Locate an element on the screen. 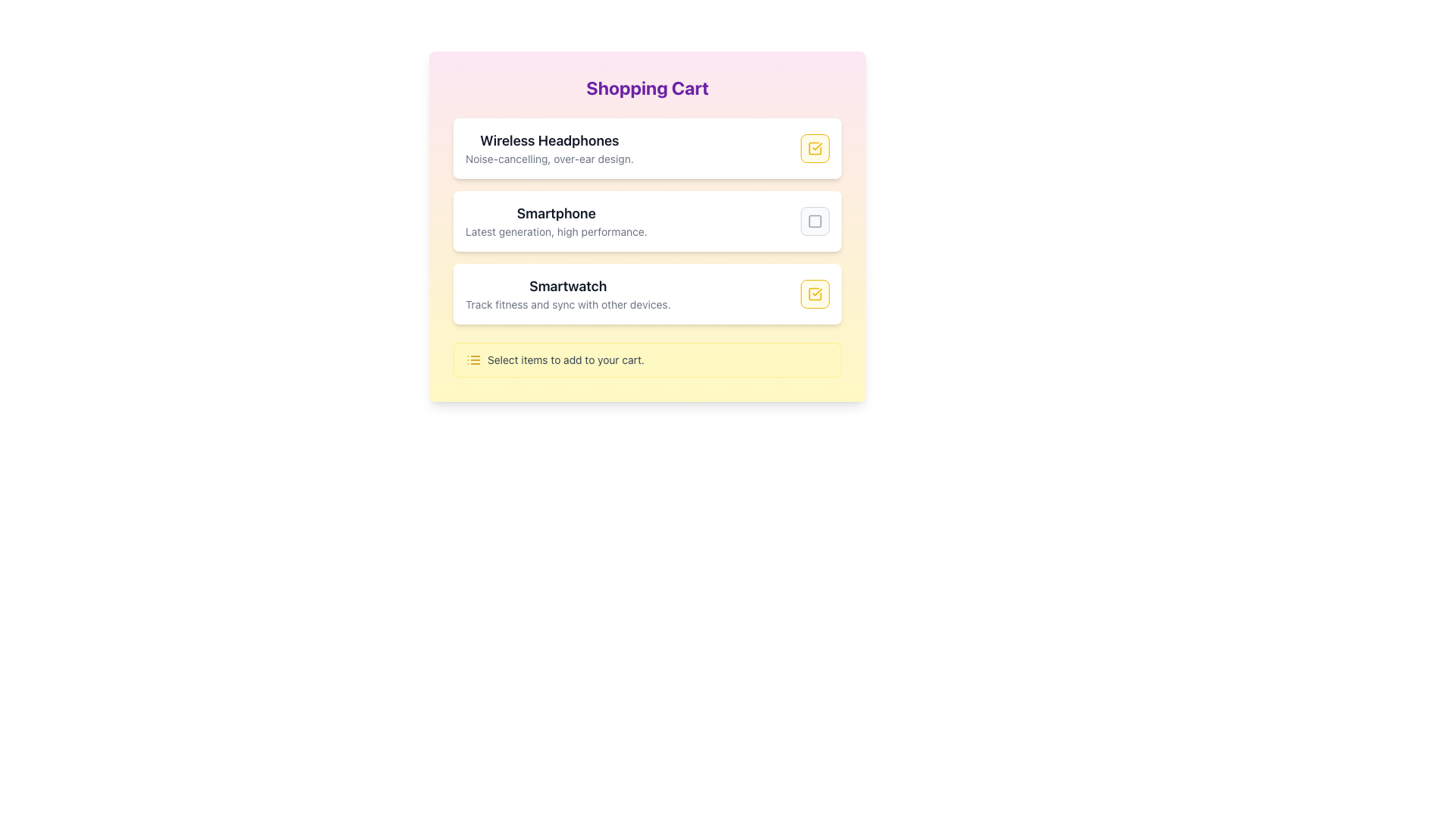 The width and height of the screenshot is (1456, 819). the yellow square icon with rounded edges featuring a checkmark, located in the Smartwatch section of the shopping cart interface is located at coordinates (814, 294).